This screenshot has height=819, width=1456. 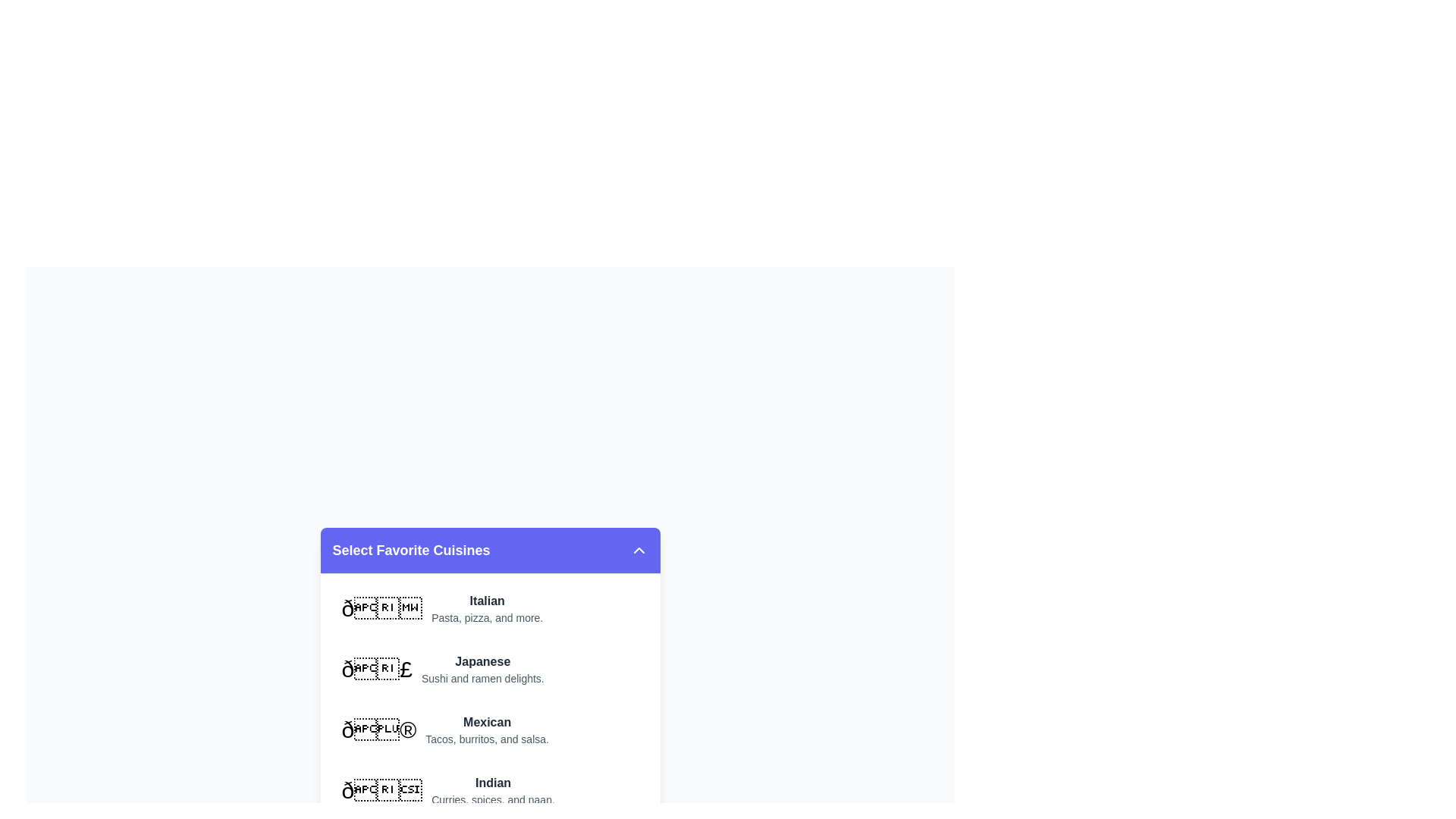 I want to click on the label displaying 'Japanese' in bold dark gray font, located in the 'Select Favorite Cuisines' section, between 'Italian' and 'Sushi and ramen delights.', so click(x=482, y=661).